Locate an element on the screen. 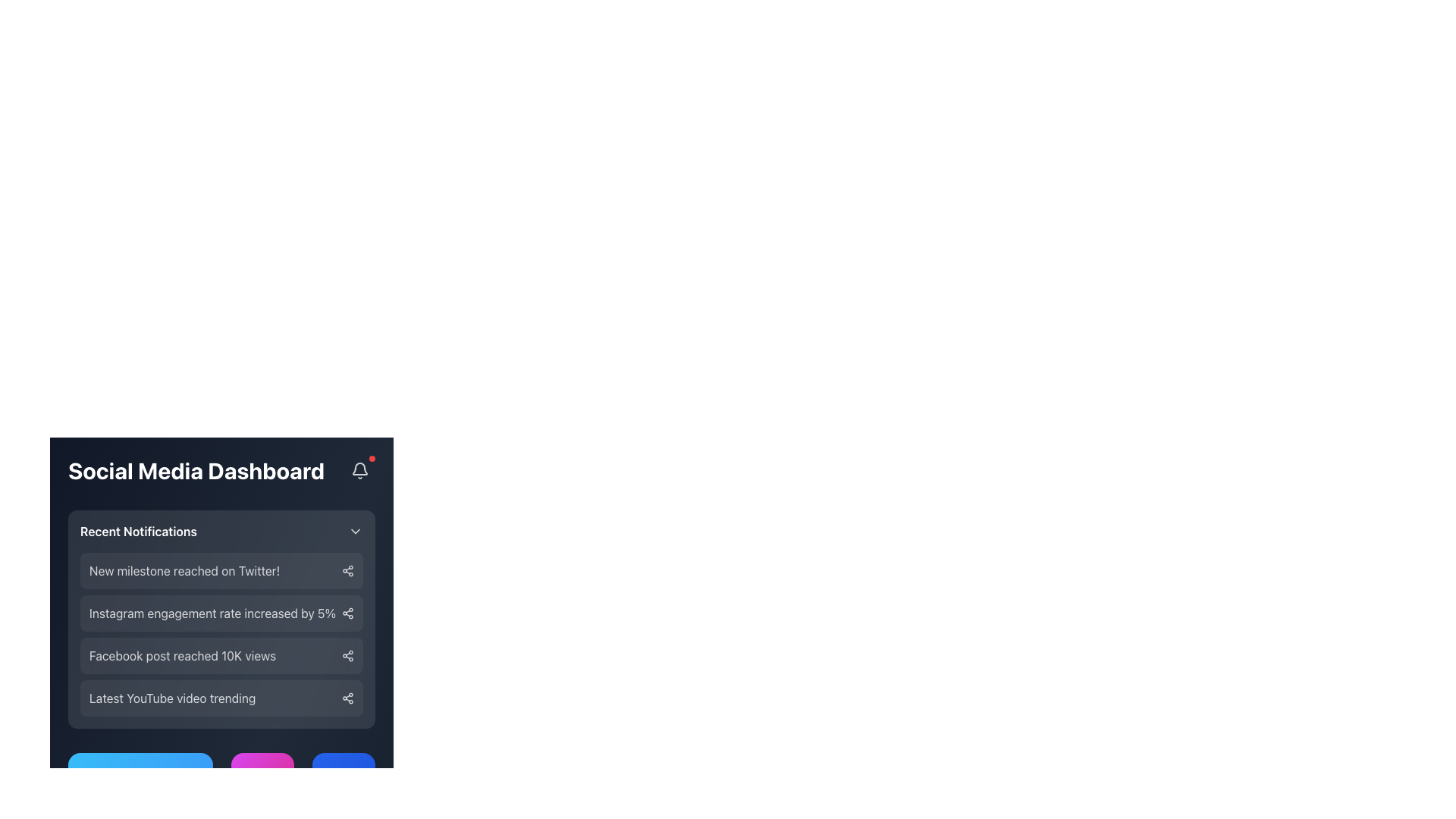  notification text displayed on the third Notification card in the Recent Notifications section, indicating the achievement of 10K views on a Facebook post is located at coordinates (221, 654).